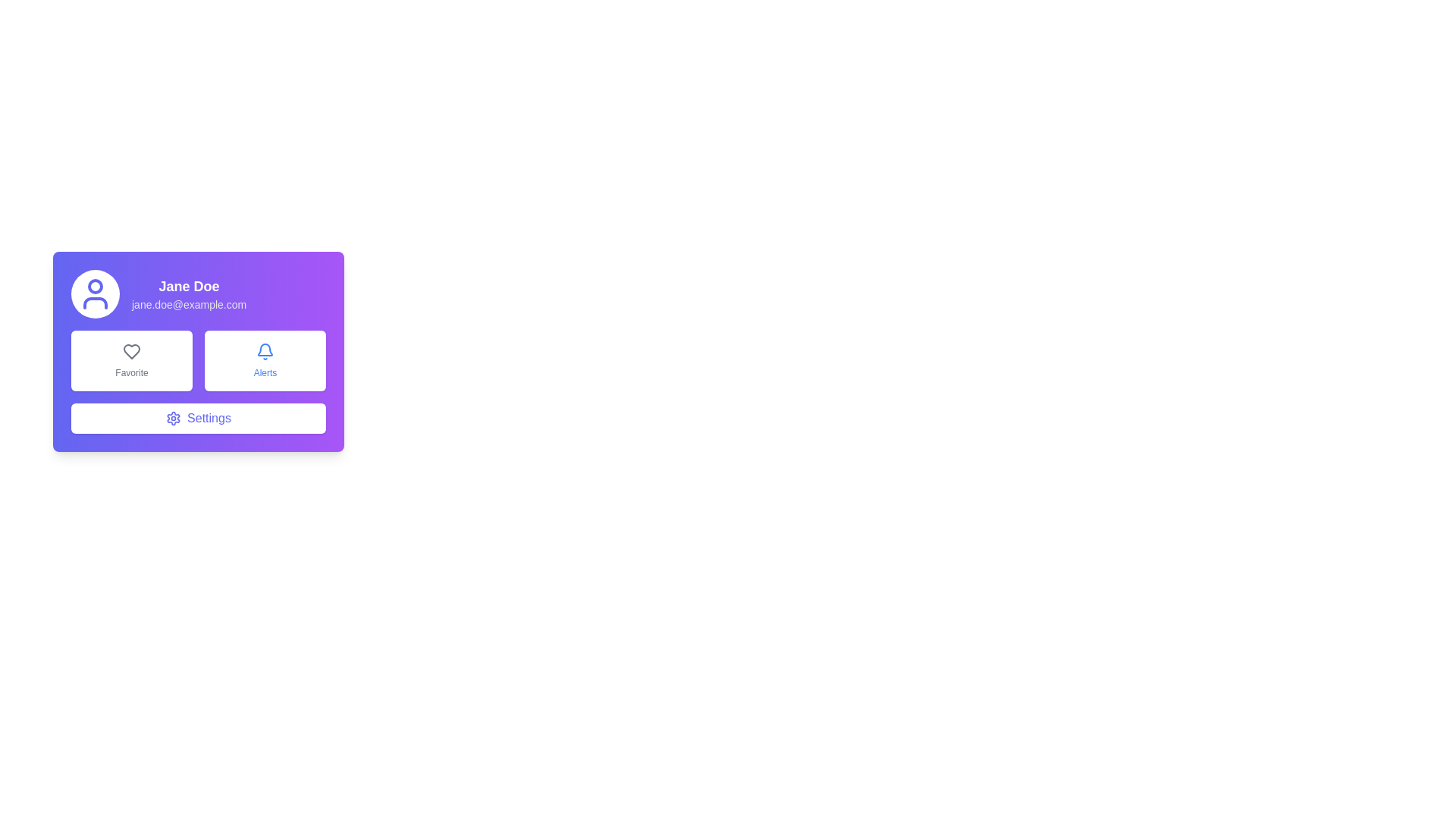 Image resolution: width=1456 pixels, height=819 pixels. What do you see at coordinates (188, 287) in the screenshot?
I see `text label displaying the user's name, located in the upper-left section of the purple card, directly above the email text 'jane.doe@example.com'` at bounding box center [188, 287].